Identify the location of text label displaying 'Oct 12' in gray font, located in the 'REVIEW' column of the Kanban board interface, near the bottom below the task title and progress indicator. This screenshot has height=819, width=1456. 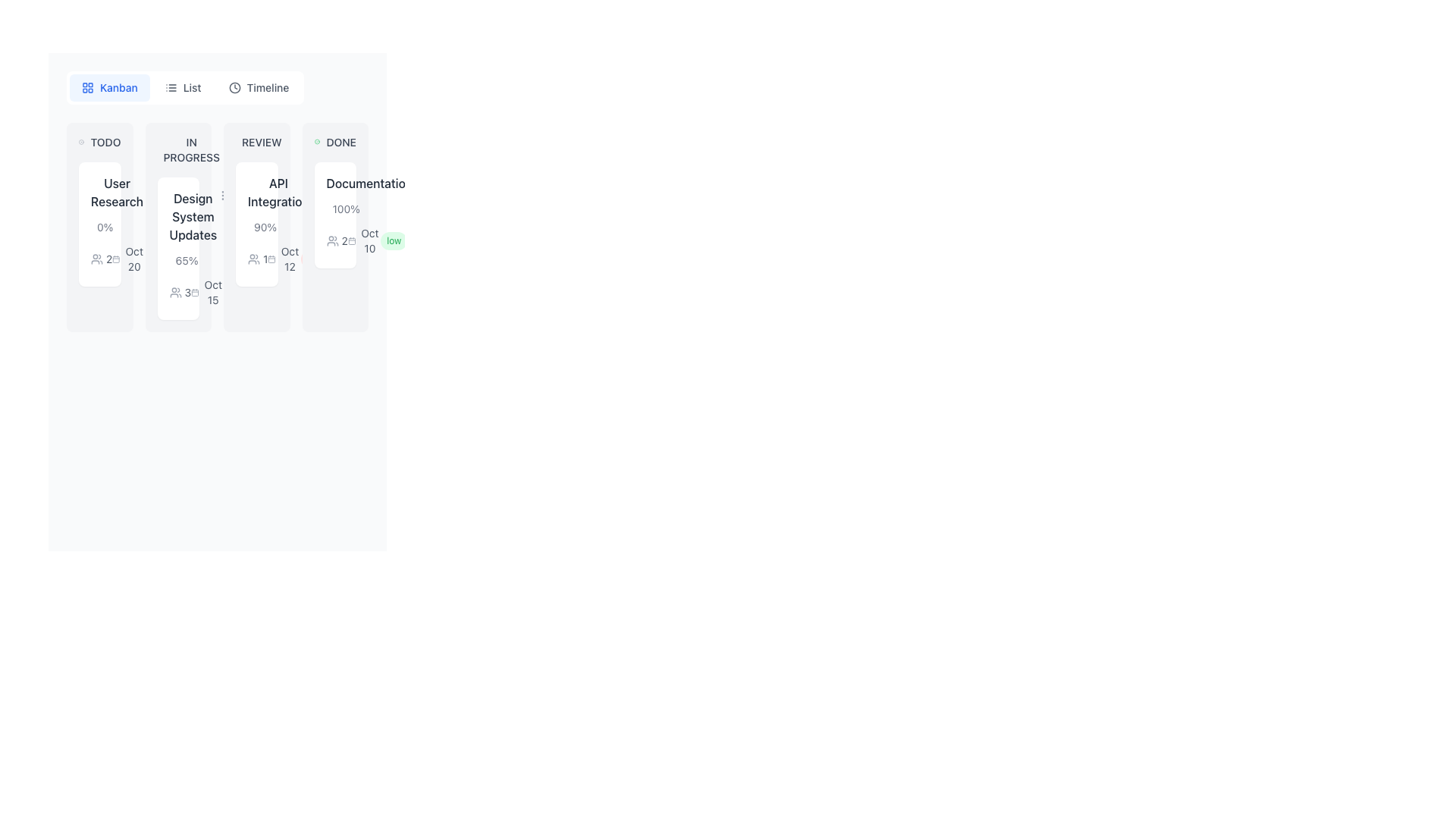
(290, 259).